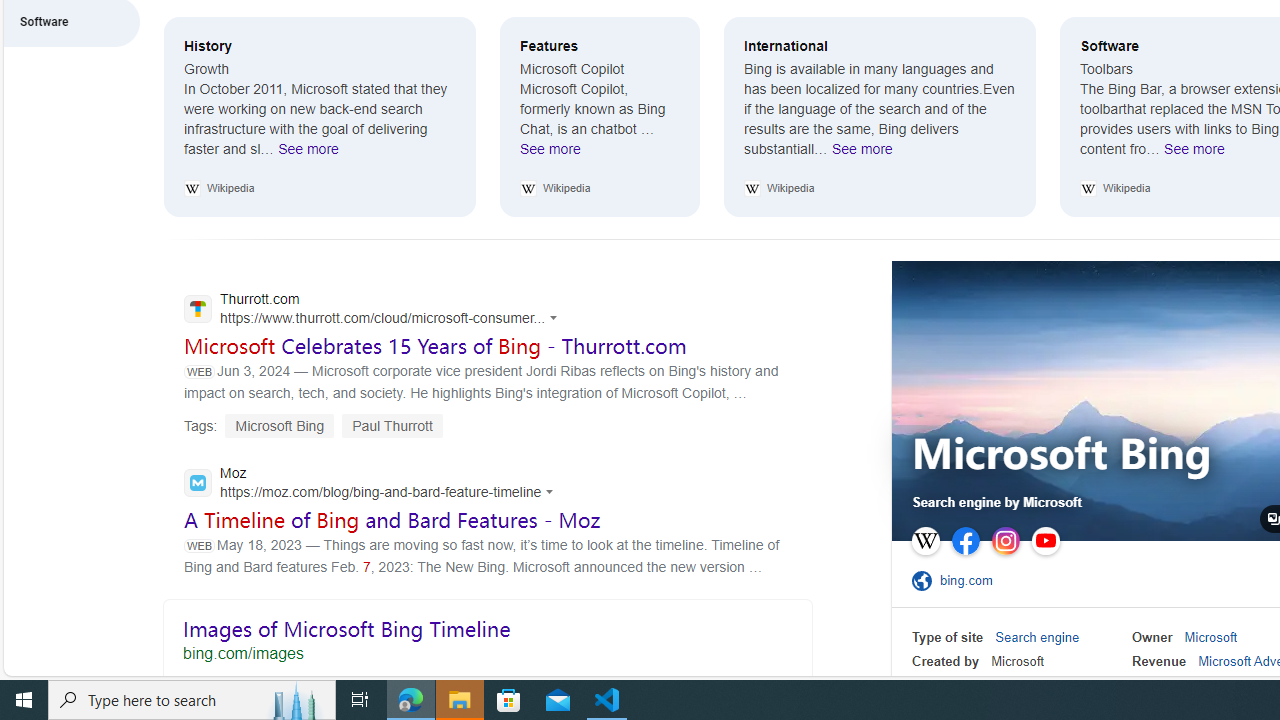  What do you see at coordinates (1060, 456) in the screenshot?
I see `'Microsoft Bing'` at bounding box center [1060, 456].